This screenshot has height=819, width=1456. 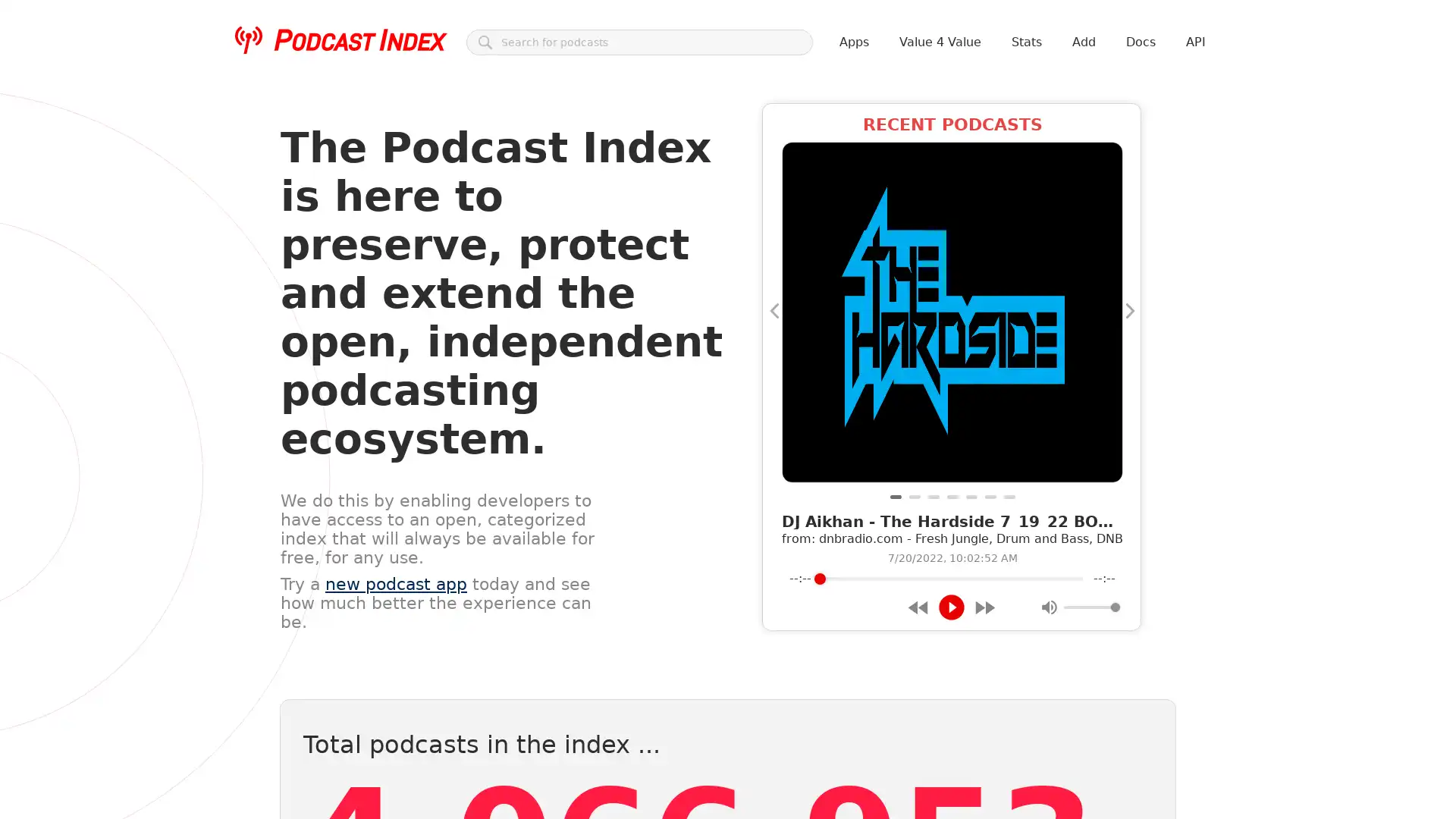 What do you see at coordinates (932, 497) in the screenshot?
I see `Trip to Las Vegas, WSOP, World Chess Championship and The Wager - The Magnus Effect Ep. 1` at bounding box center [932, 497].